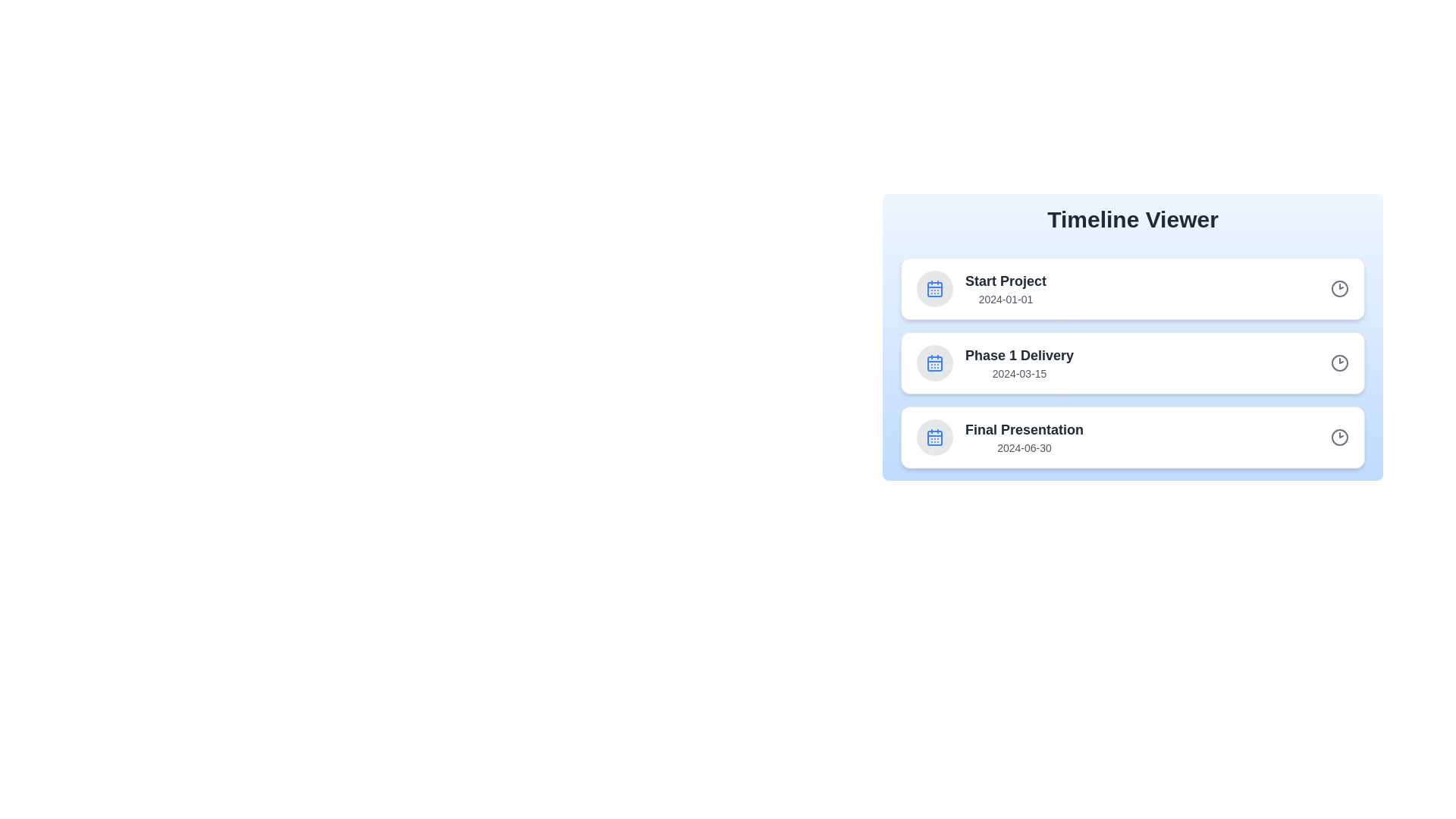  I want to click on the decorative element that represents the main body of the calendar icon located at the left side of the second list item in the 'Timeline Viewer' interface, so click(934, 363).